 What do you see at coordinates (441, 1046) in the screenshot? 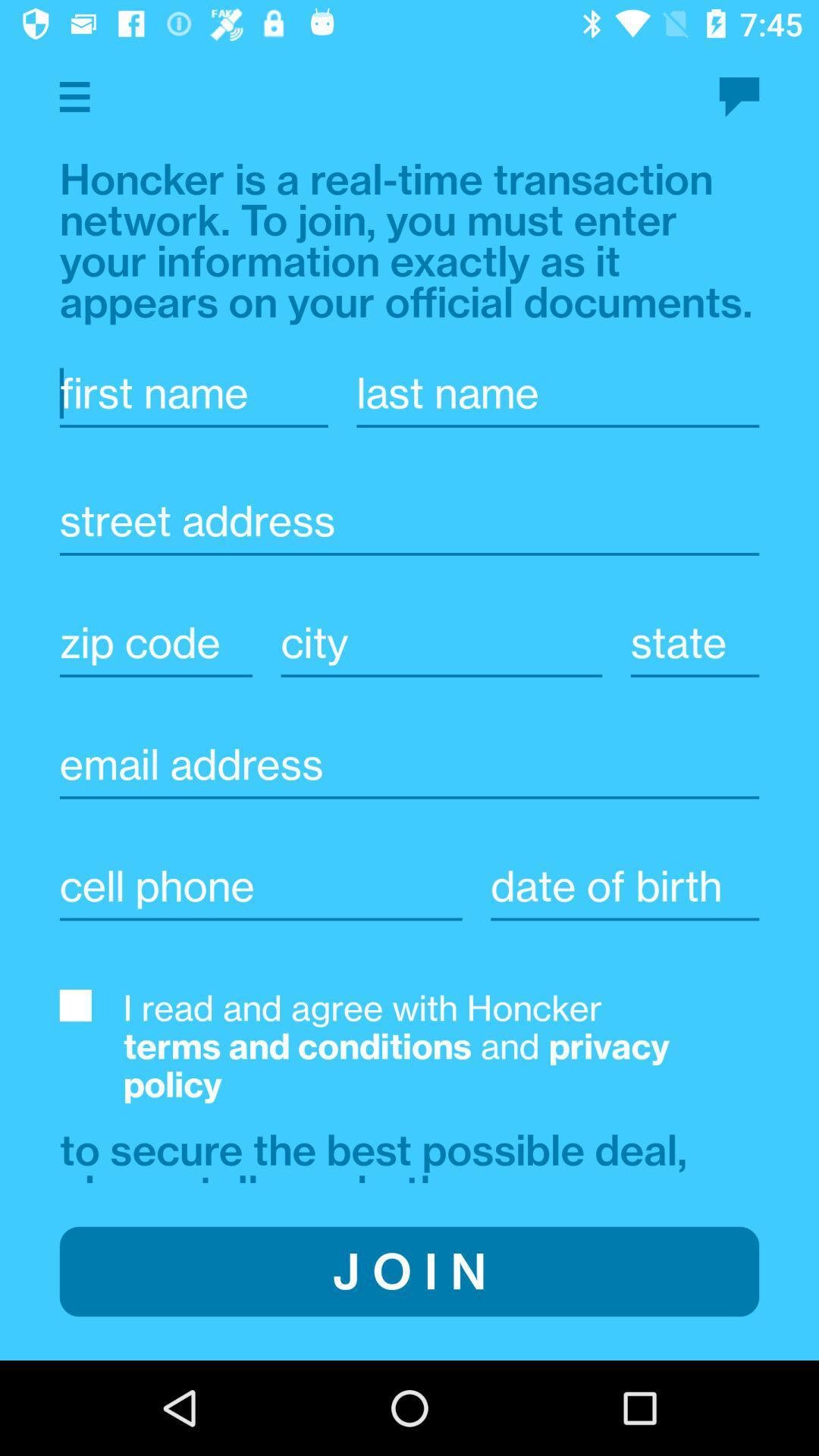
I see `the item above to secure the` at bounding box center [441, 1046].